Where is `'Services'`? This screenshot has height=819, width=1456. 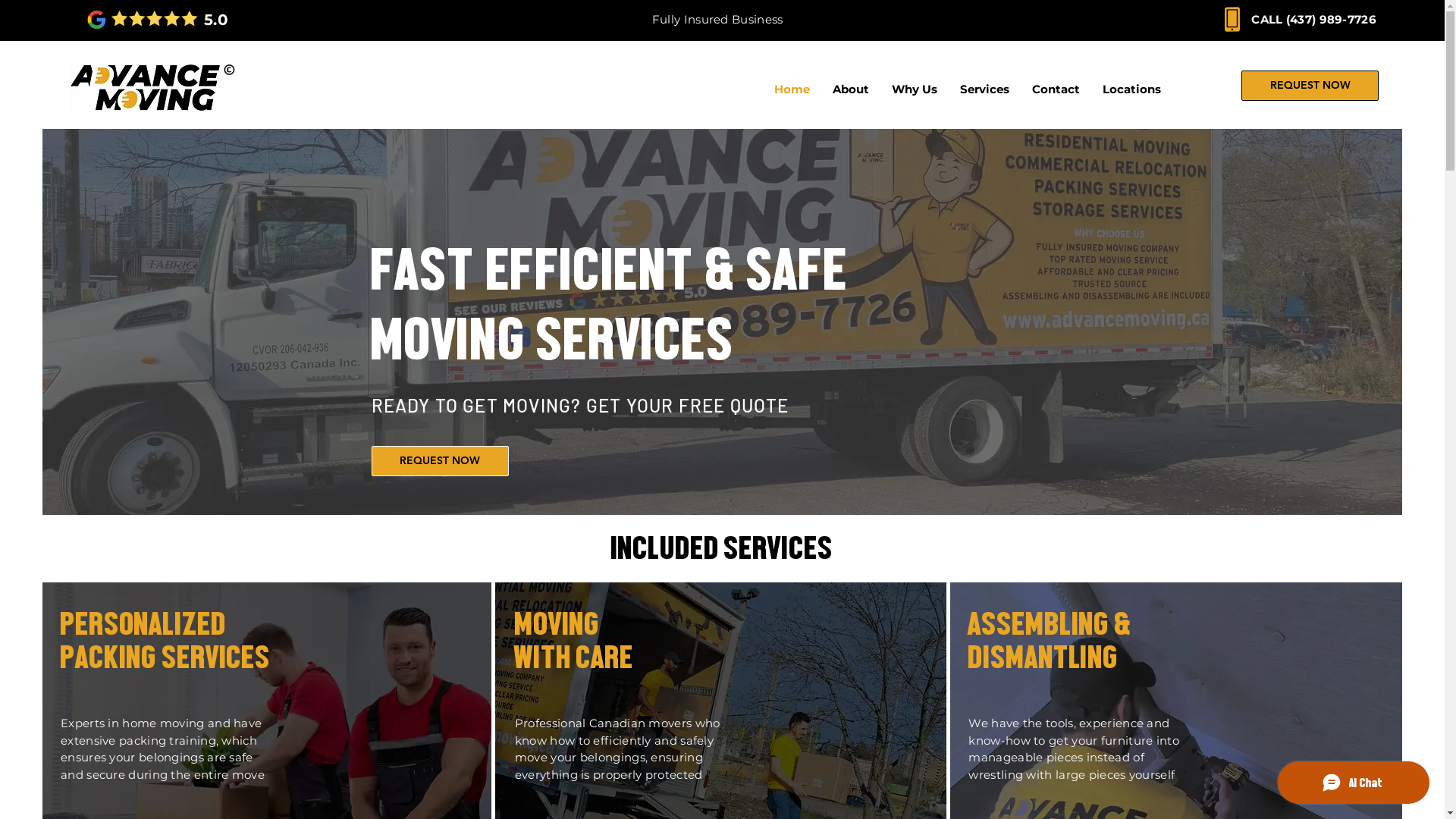
'Services' is located at coordinates (948, 89).